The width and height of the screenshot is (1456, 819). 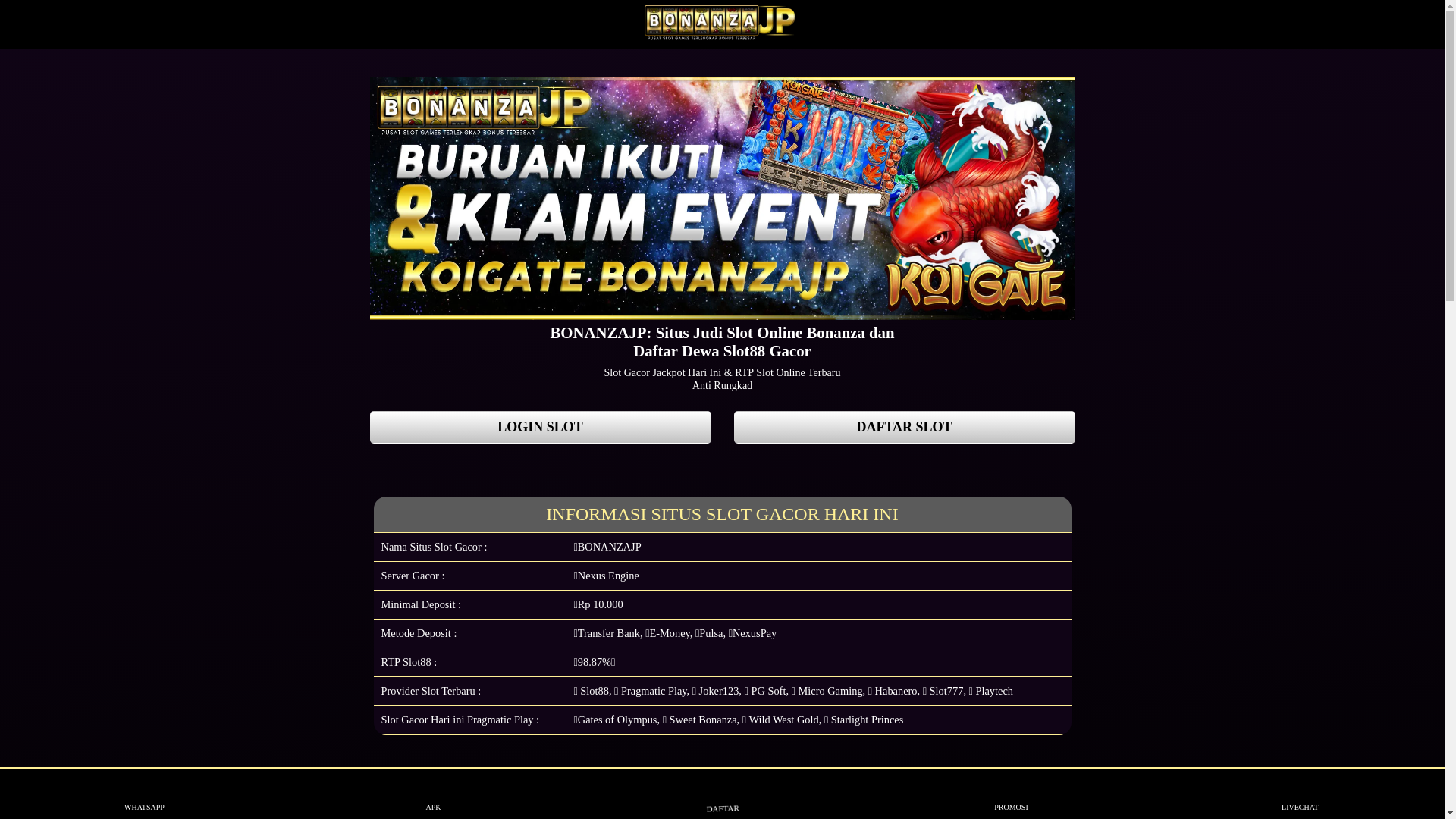 I want to click on 'DAFTAR', so click(x=717, y=789).